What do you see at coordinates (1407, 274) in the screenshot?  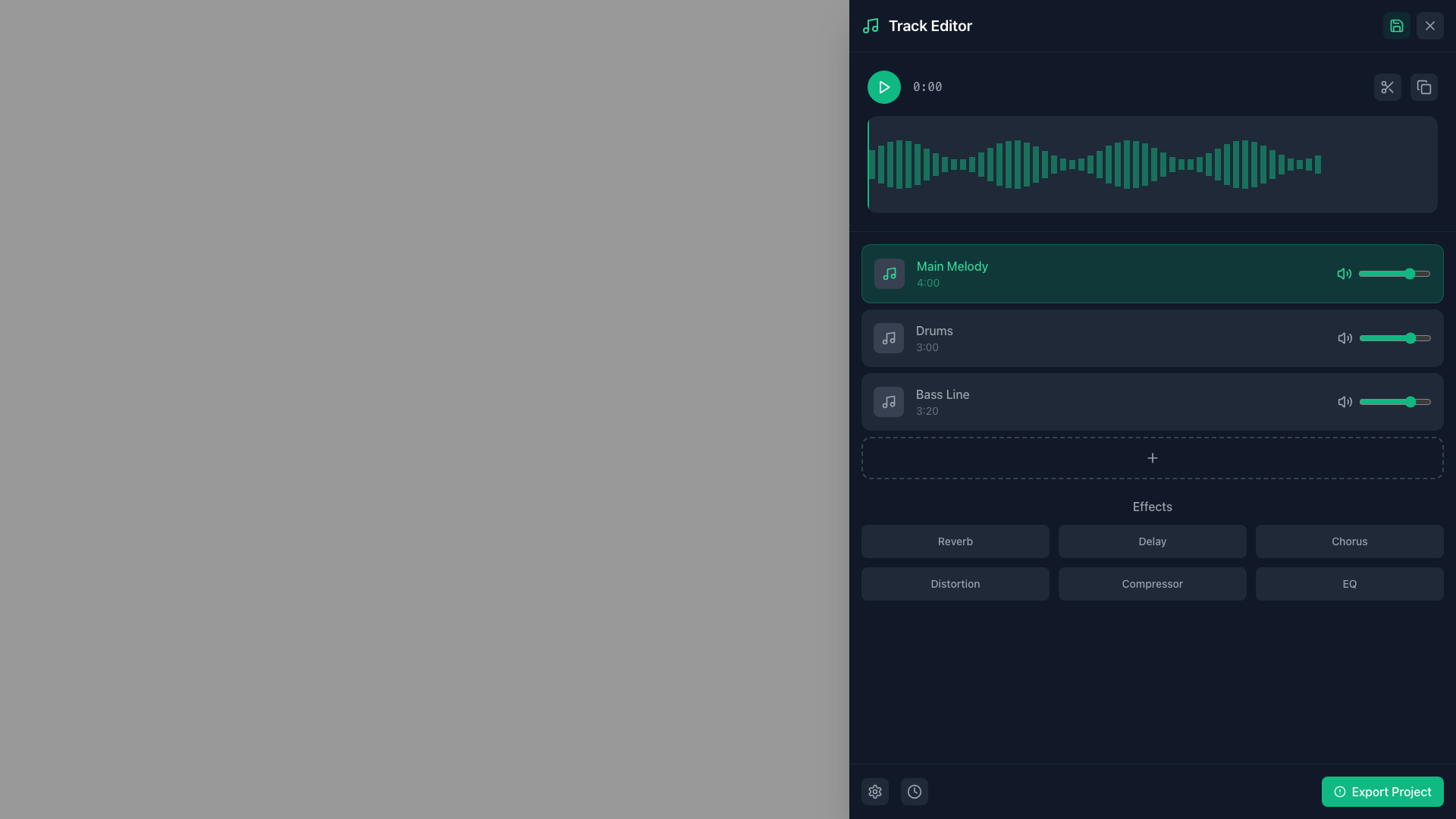 I see `the slider value` at bounding box center [1407, 274].